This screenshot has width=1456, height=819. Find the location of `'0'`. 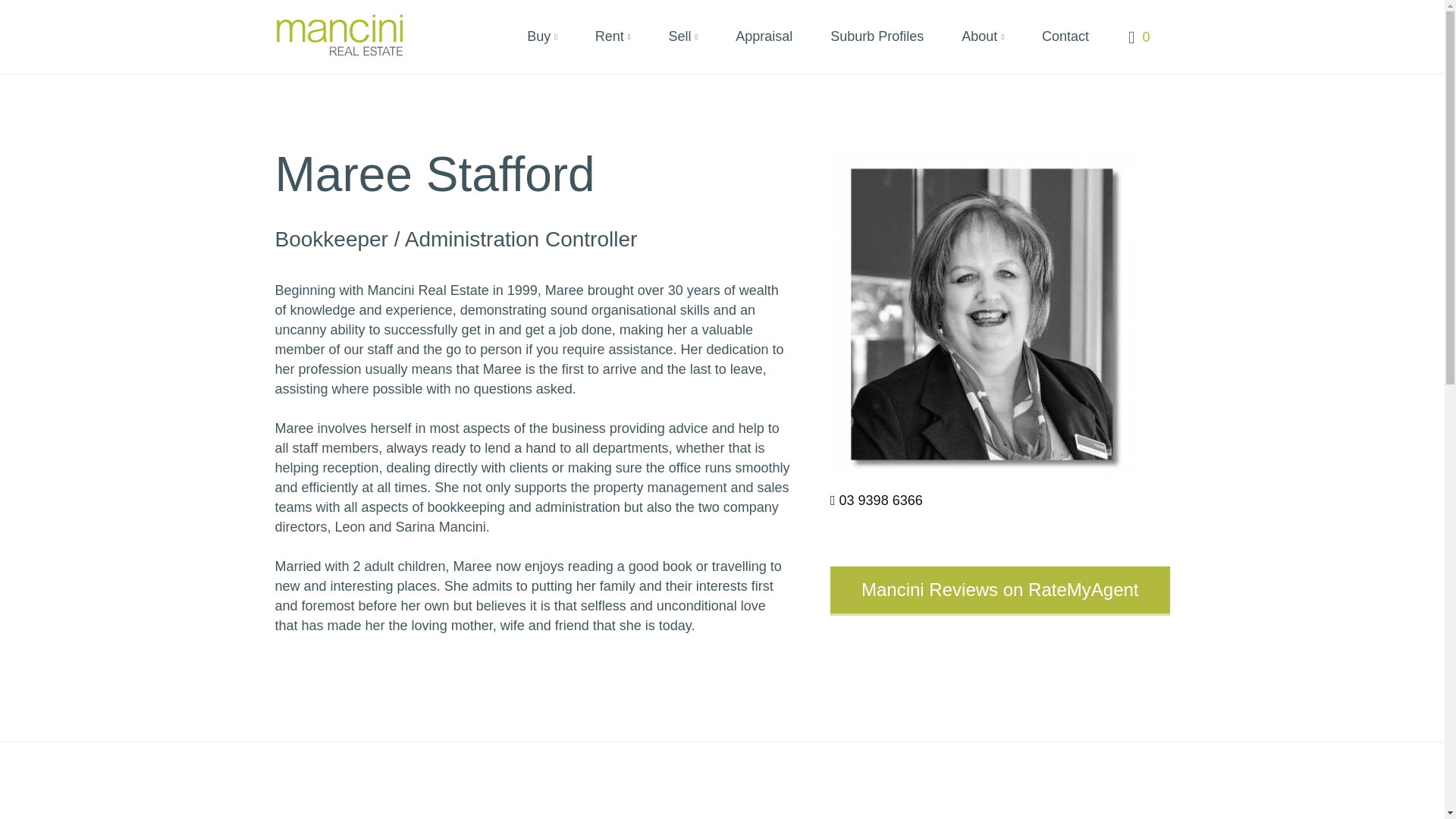

'0' is located at coordinates (1128, 34).